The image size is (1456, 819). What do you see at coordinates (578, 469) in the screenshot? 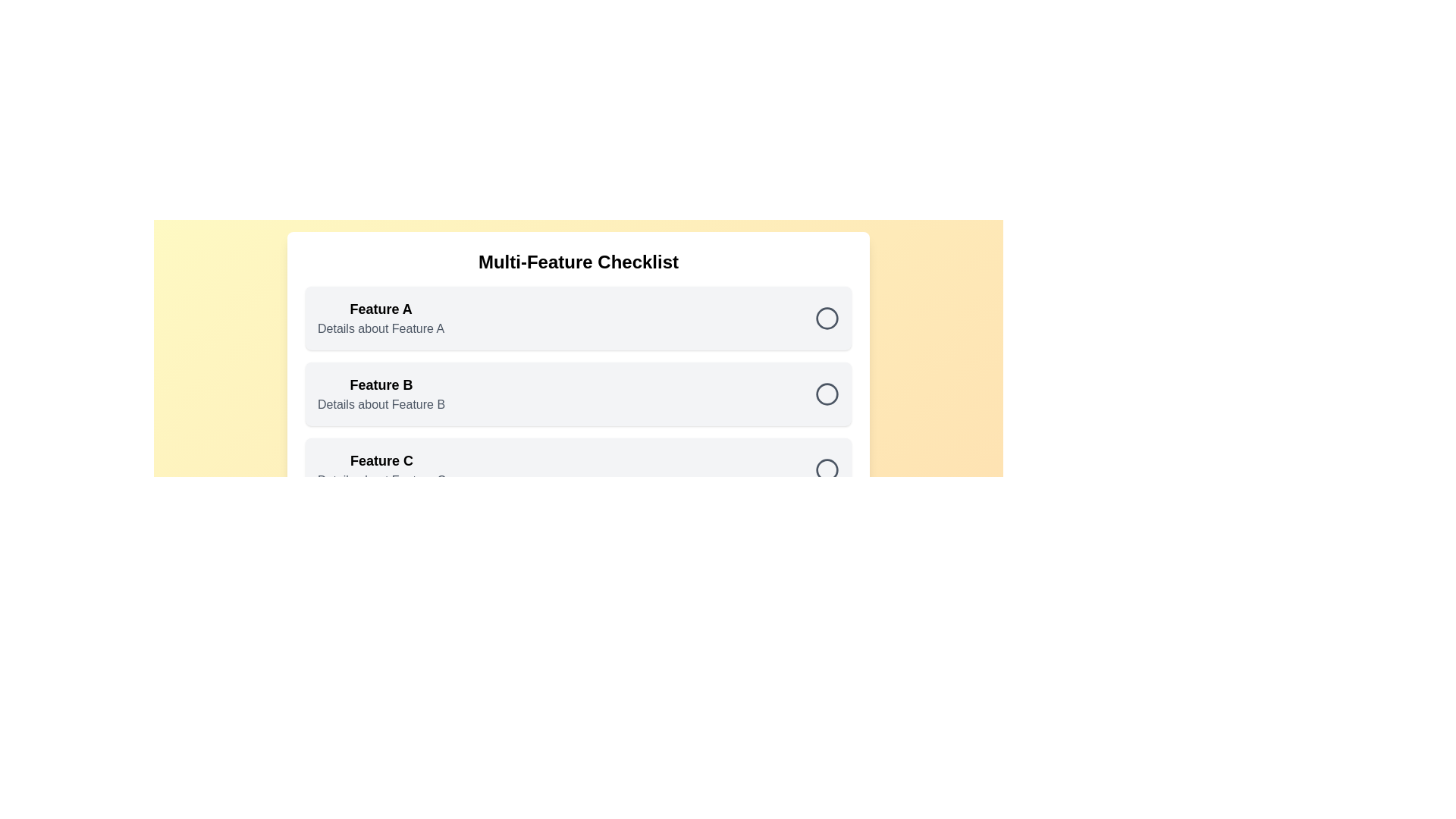
I see `the checklist item corresponding to Feature C` at bounding box center [578, 469].